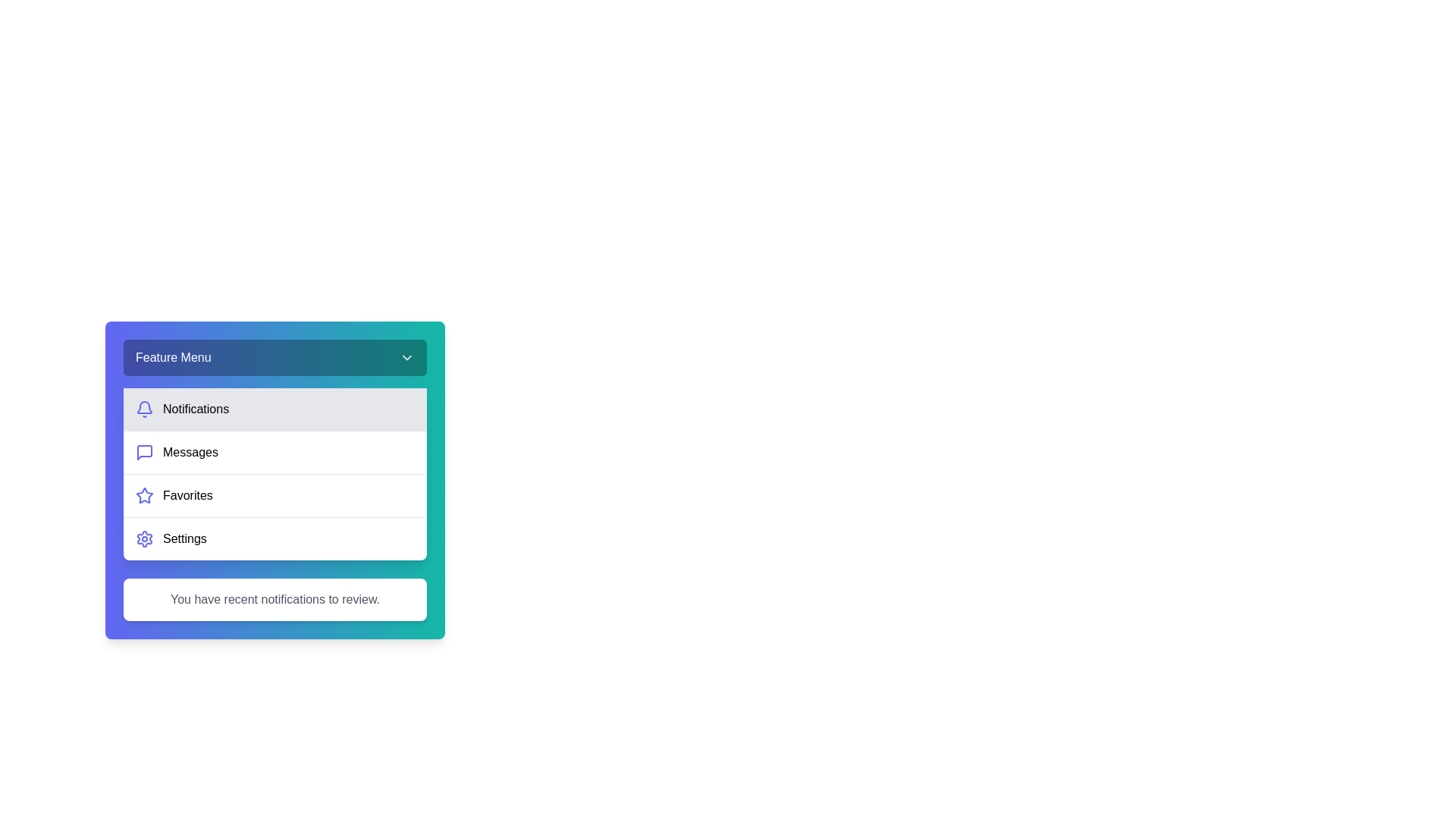  What do you see at coordinates (145, 538) in the screenshot?
I see `the settings icon, which is the fourth icon in a vertically arranged menu list located on the left side of the 'Settings' text label` at bounding box center [145, 538].